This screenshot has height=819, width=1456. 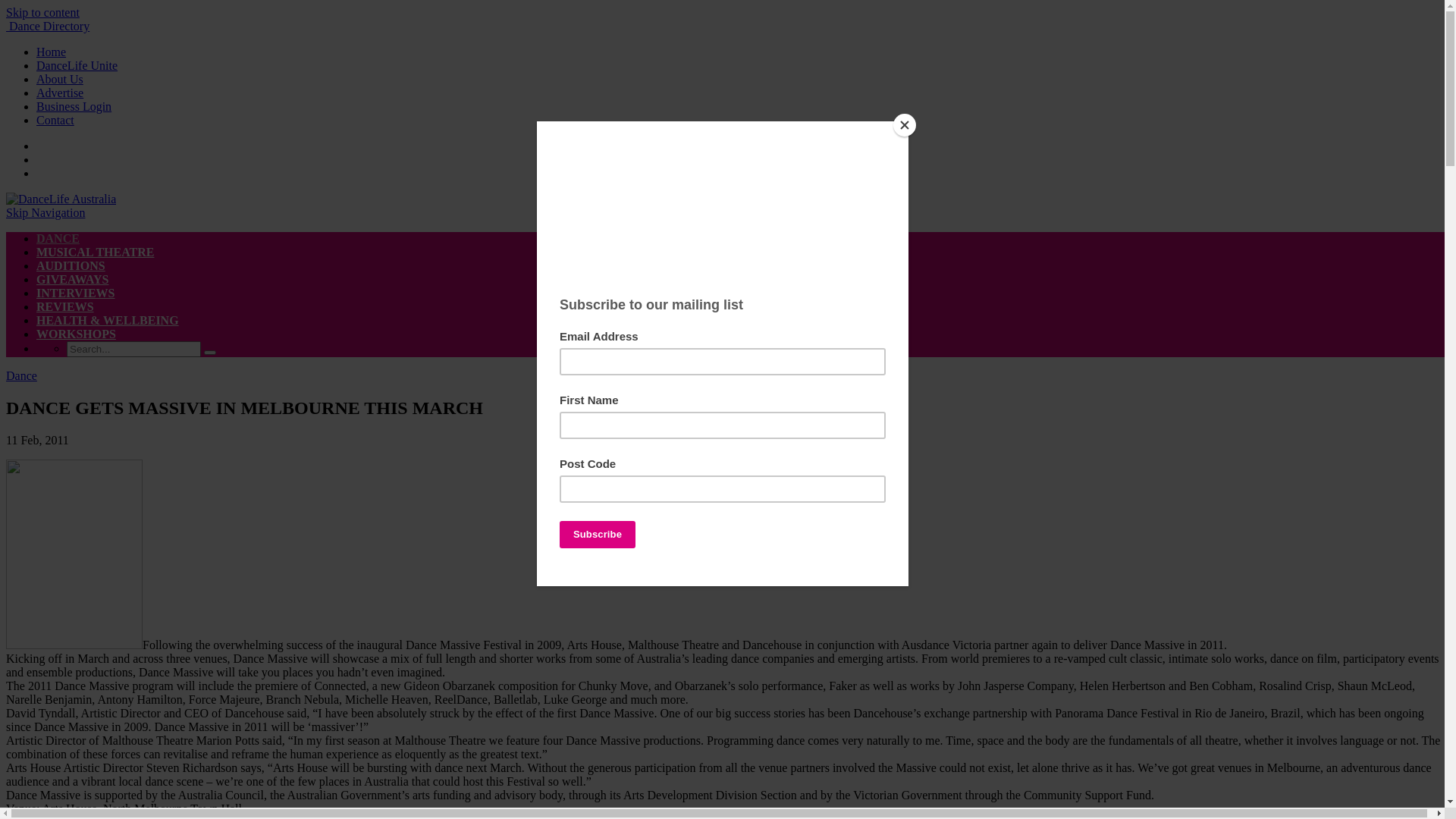 I want to click on 'DanceLife Unite', so click(x=76, y=64).